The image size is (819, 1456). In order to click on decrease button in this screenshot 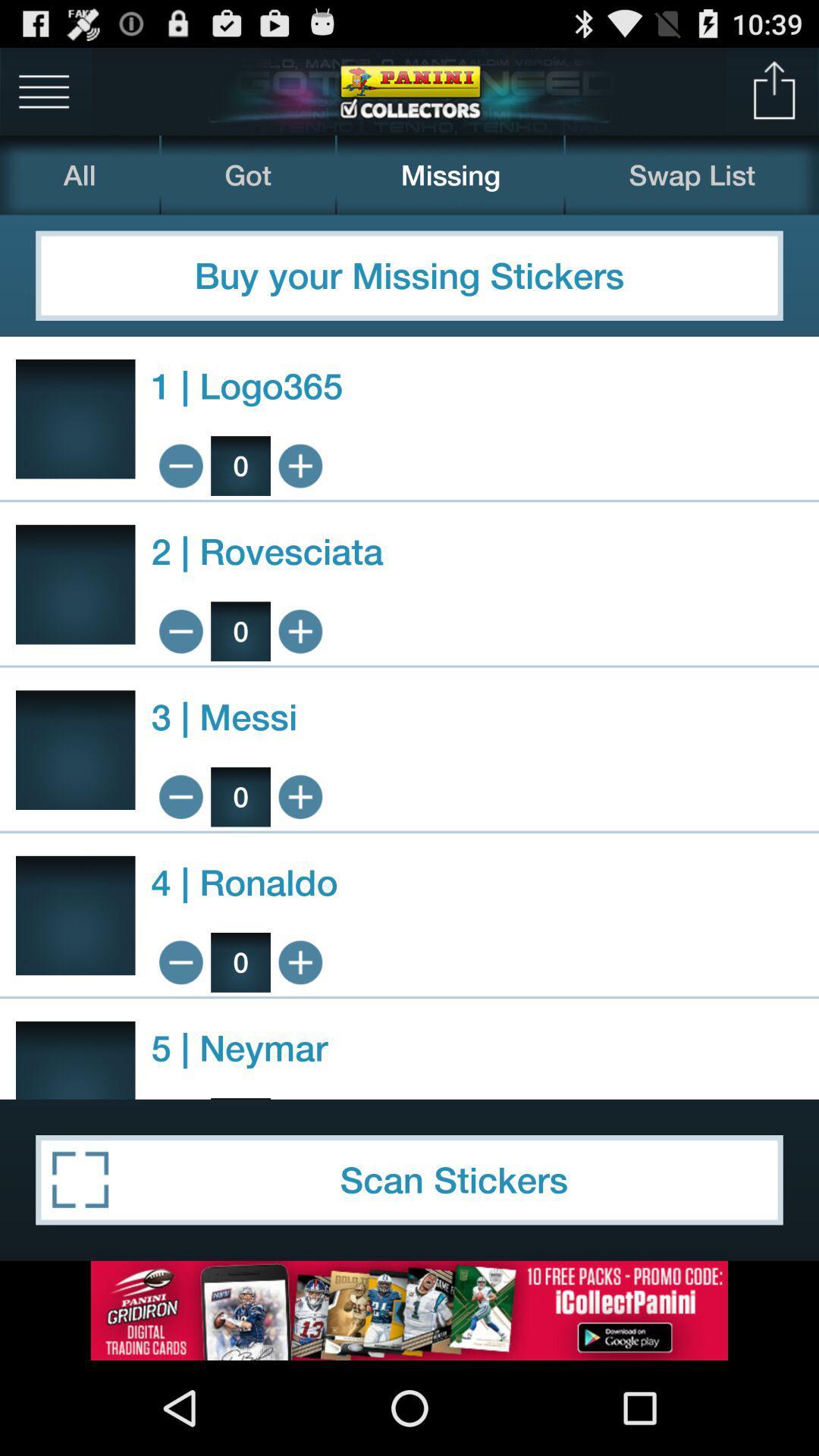, I will do `click(180, 631)`.